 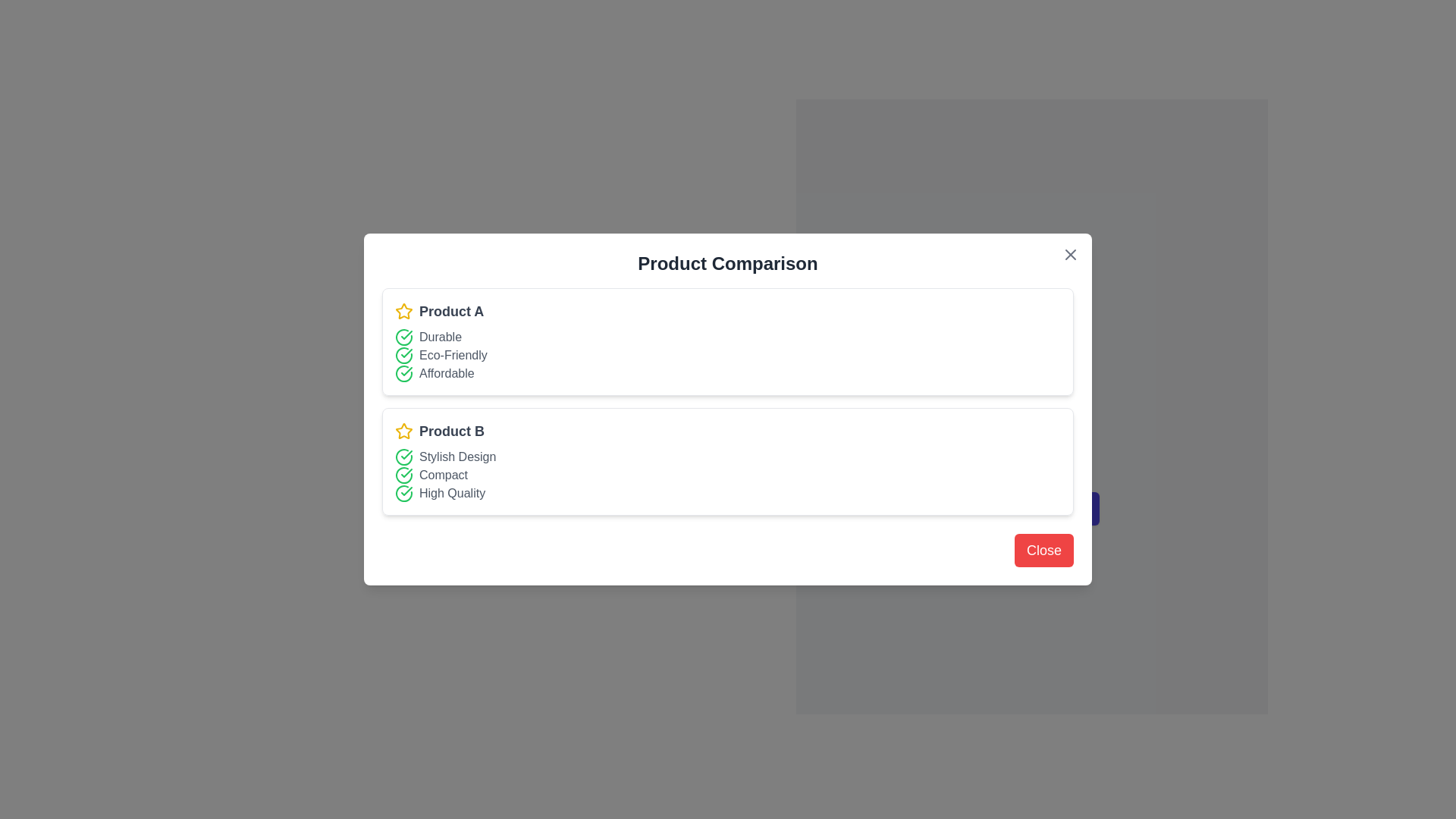 I want to click on the yellow star-shaped icon located to the left of the text label 'Product A' in the upper card of the comparison cards, so click(x=403, y=431).